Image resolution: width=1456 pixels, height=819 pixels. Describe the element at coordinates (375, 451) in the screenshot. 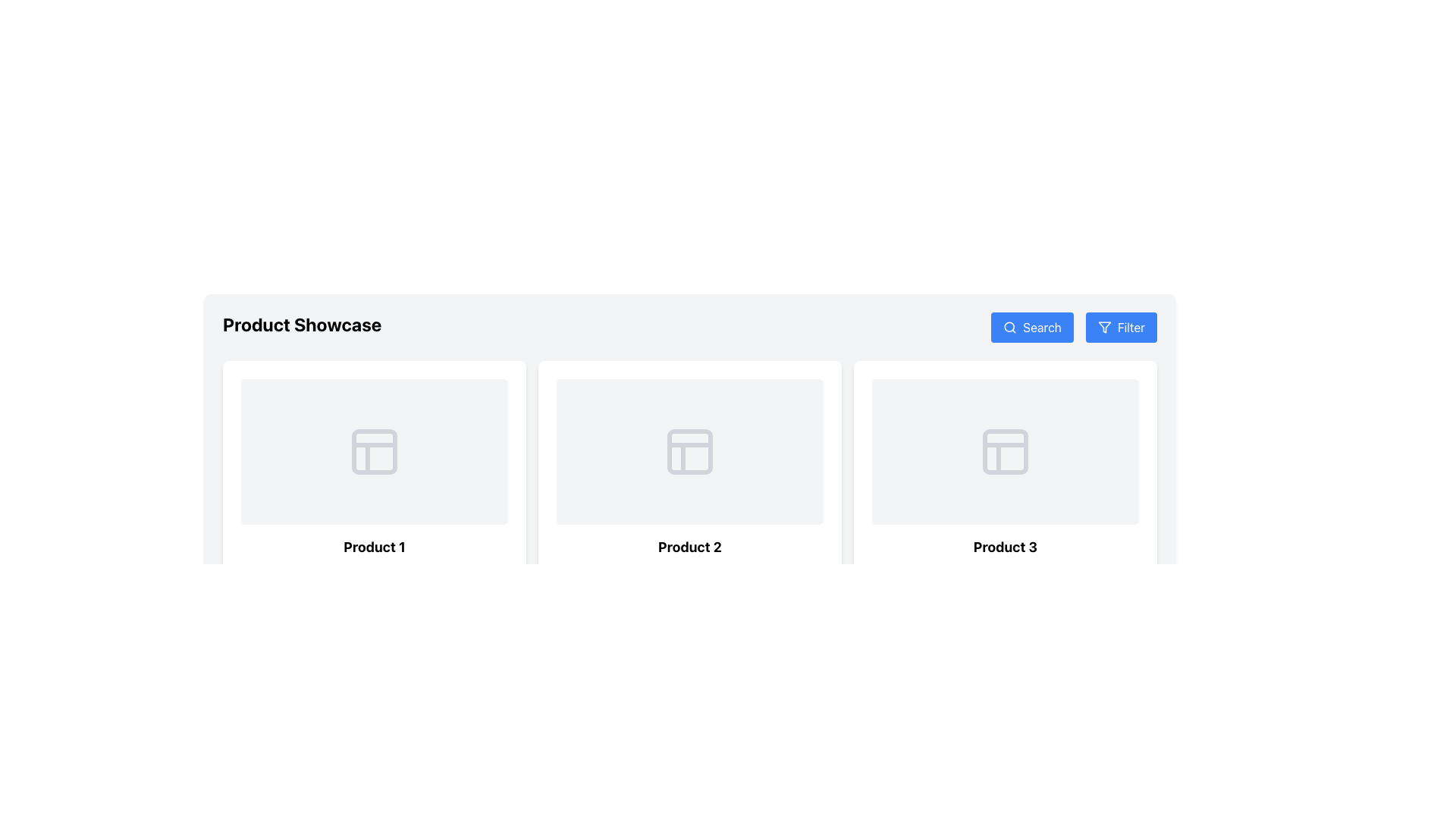

I see `the icon representing 'Product 1' in the first column of the 'Product Showcase' section` at that location.